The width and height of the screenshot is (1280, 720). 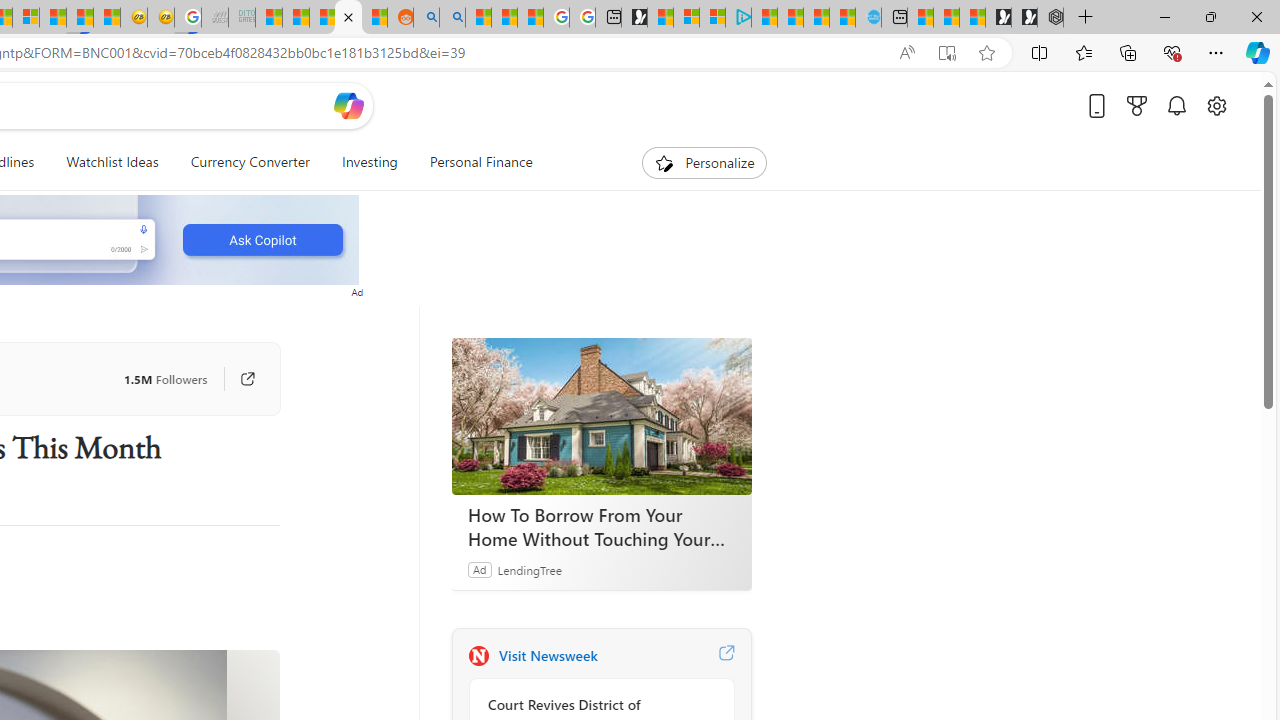 What do you see at coordinates (471, 162) in the screenshot?
I see `'Personal Finance'` at bounding box center [471, 162].